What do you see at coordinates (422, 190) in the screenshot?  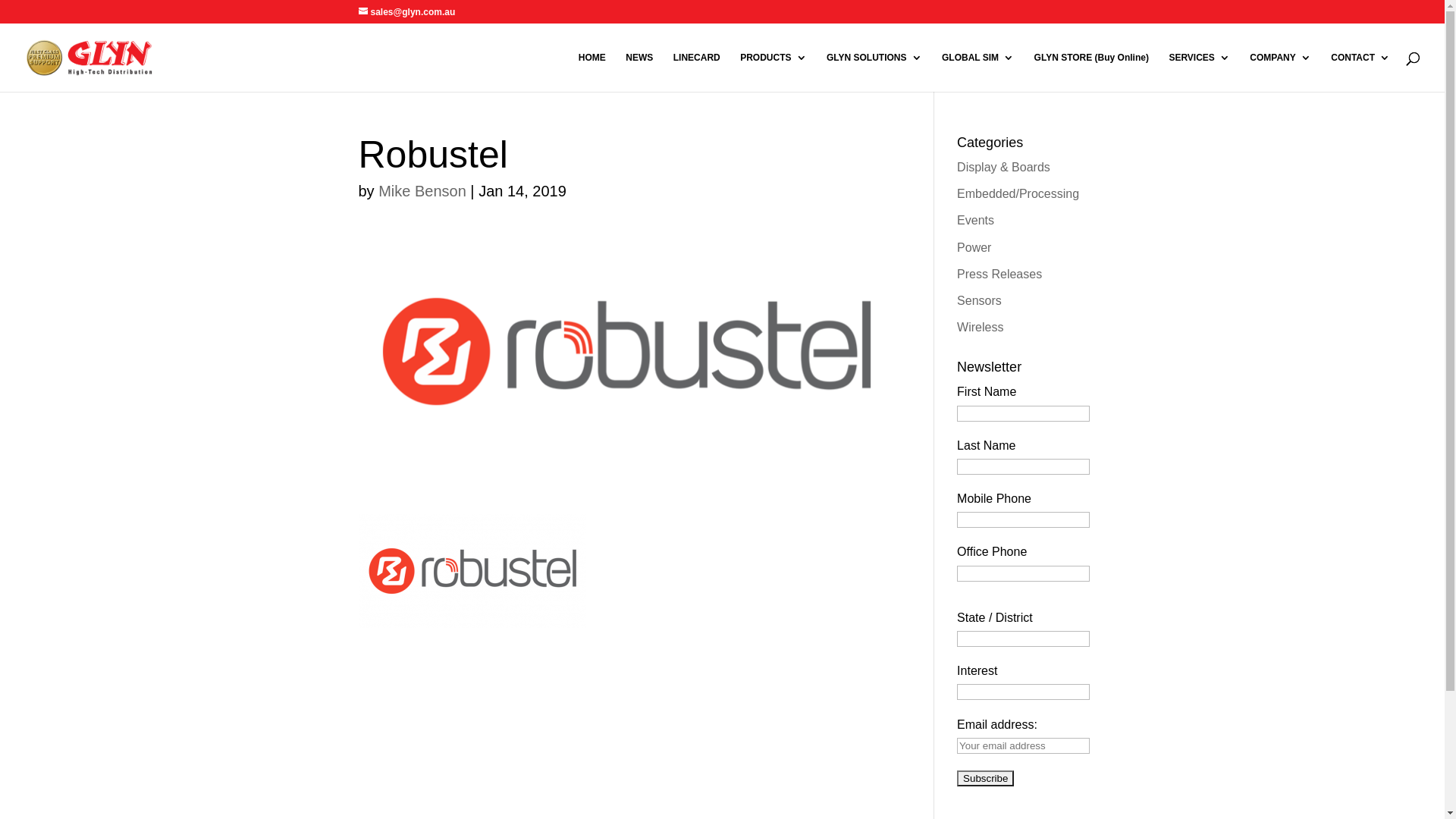 I see `'Mike Benson'` at bounding box center [422, 190].